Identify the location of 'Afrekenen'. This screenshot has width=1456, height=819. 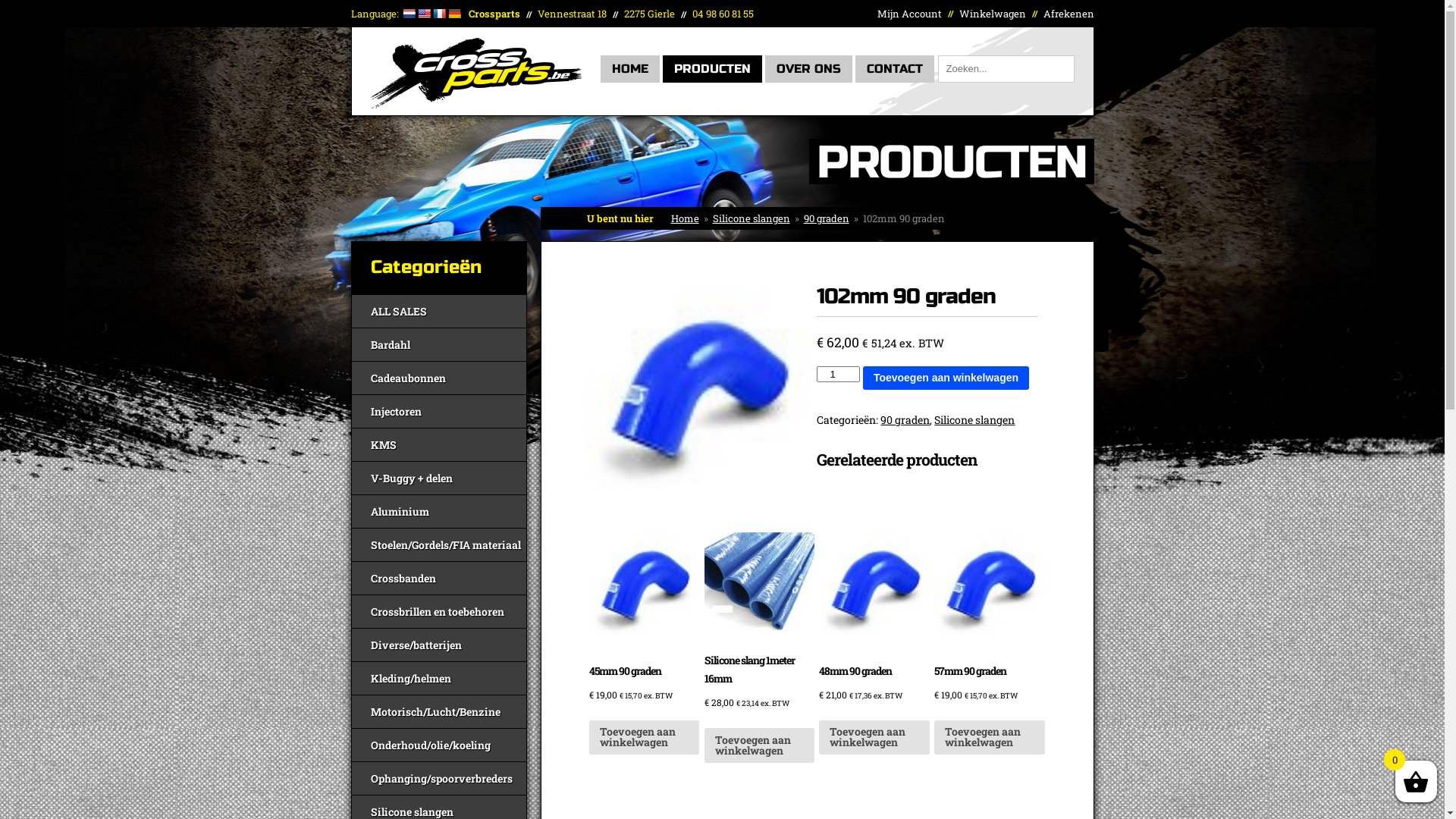
(1068, 14).